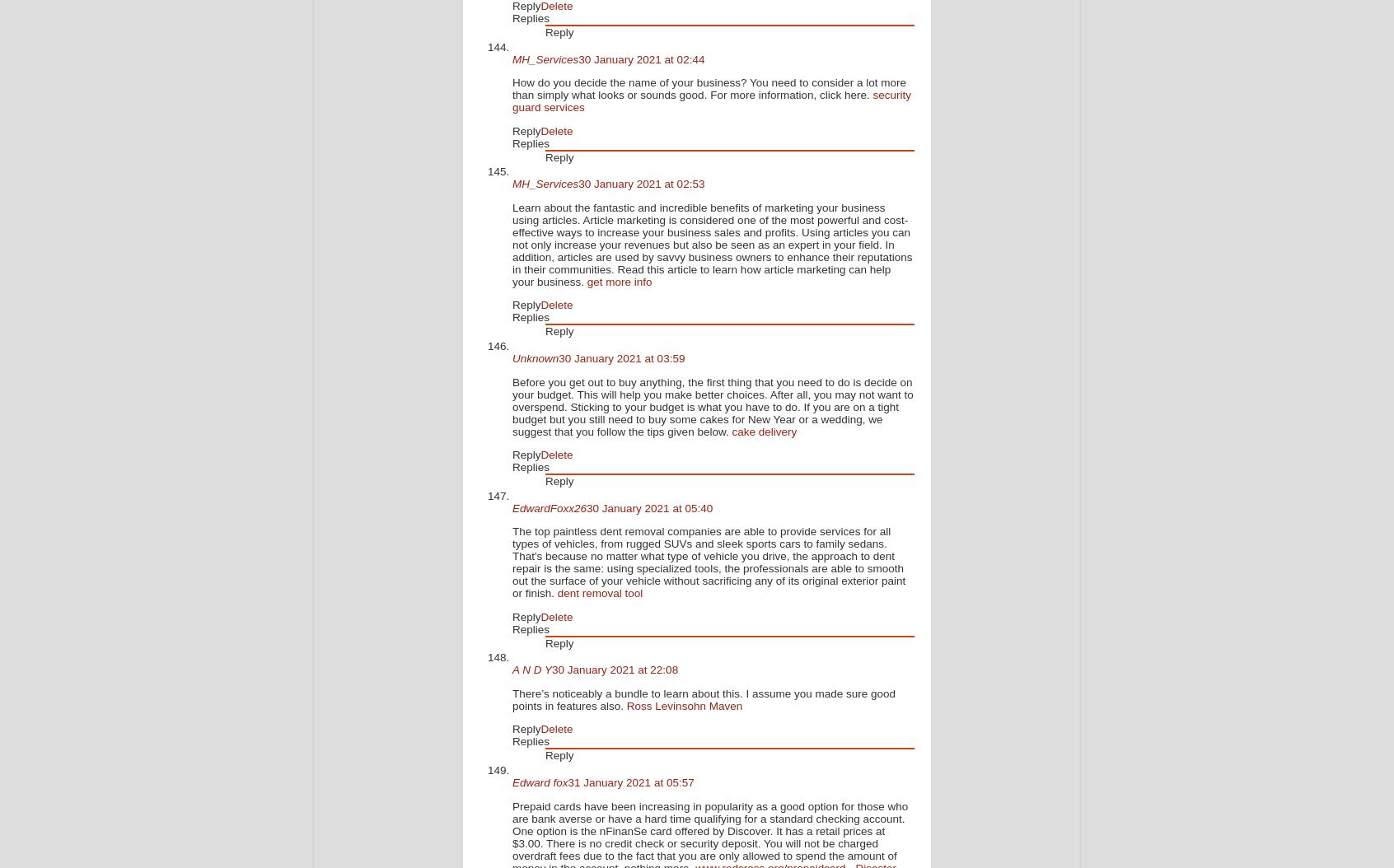 This screenshot has width=1394, height=868. I want to click on '30 January 2021 at 02:44', so click(641, 58).